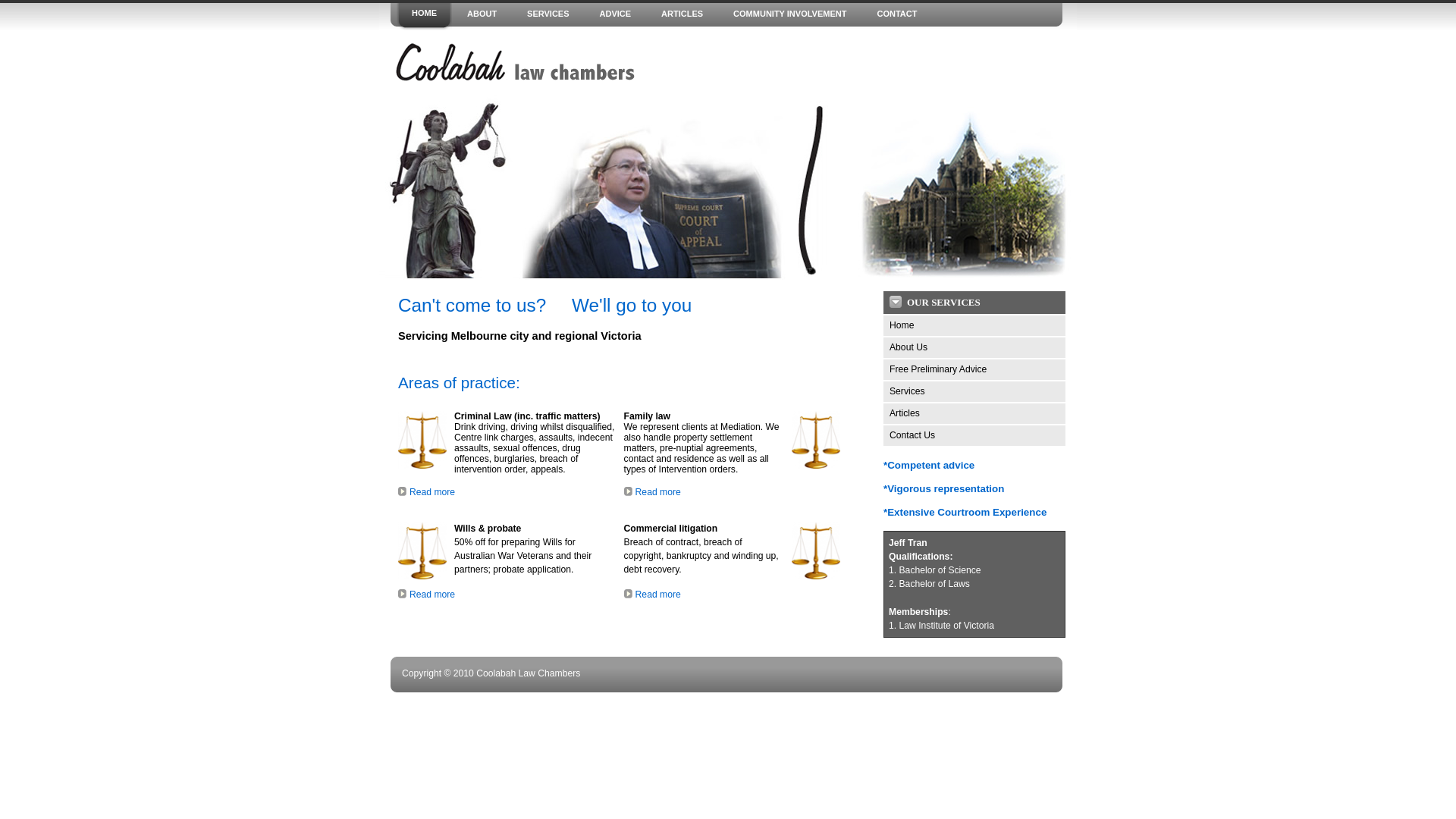 The image size is (1456, 819). I want to click on 'About Us', so click(974, 347).